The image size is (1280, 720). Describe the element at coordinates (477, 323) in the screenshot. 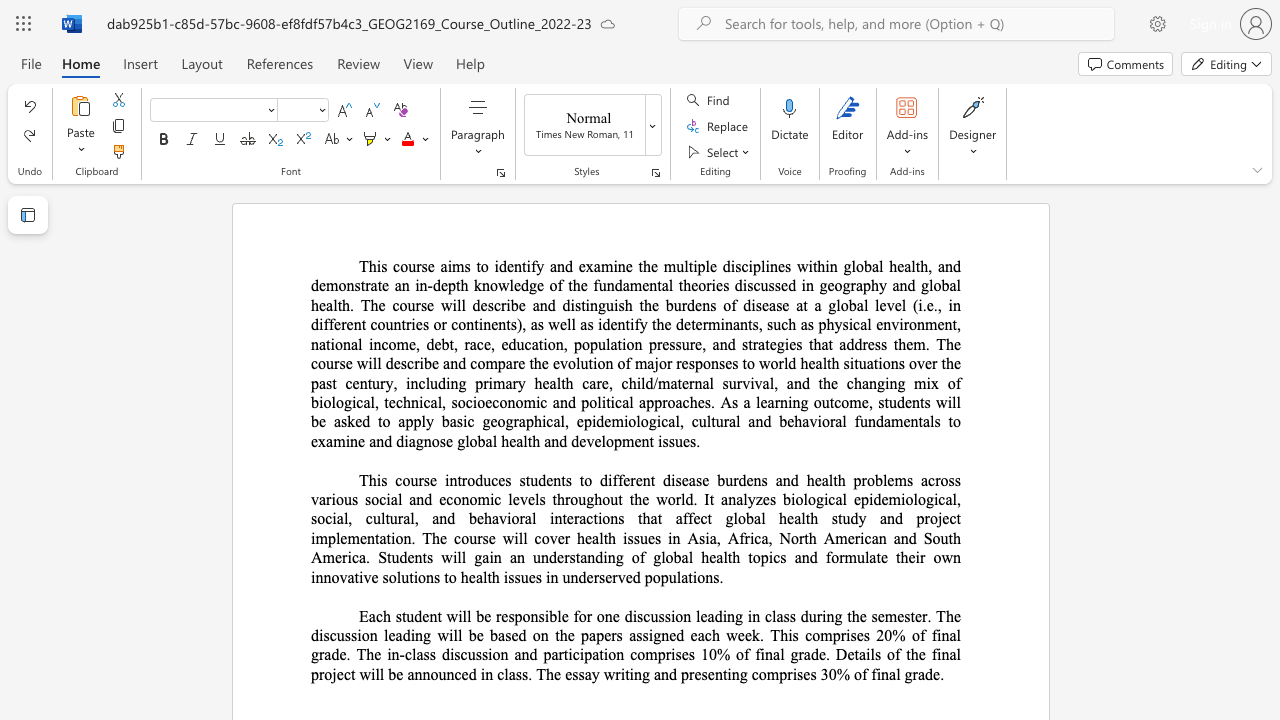

I see `the subset text "inent" within the text "continents"` at that location.